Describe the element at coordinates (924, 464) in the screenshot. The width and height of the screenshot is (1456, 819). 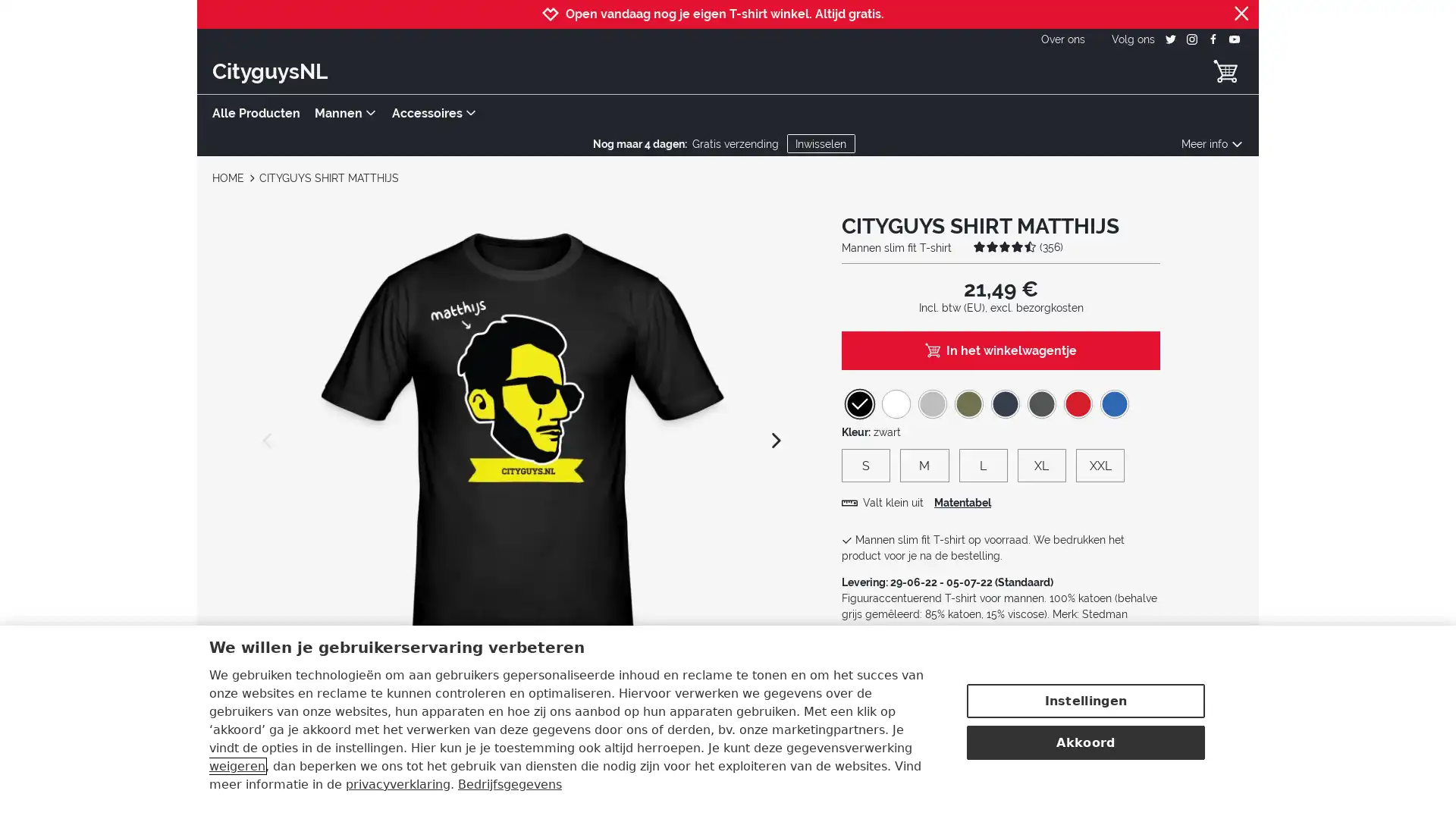
I see `M` at that location.